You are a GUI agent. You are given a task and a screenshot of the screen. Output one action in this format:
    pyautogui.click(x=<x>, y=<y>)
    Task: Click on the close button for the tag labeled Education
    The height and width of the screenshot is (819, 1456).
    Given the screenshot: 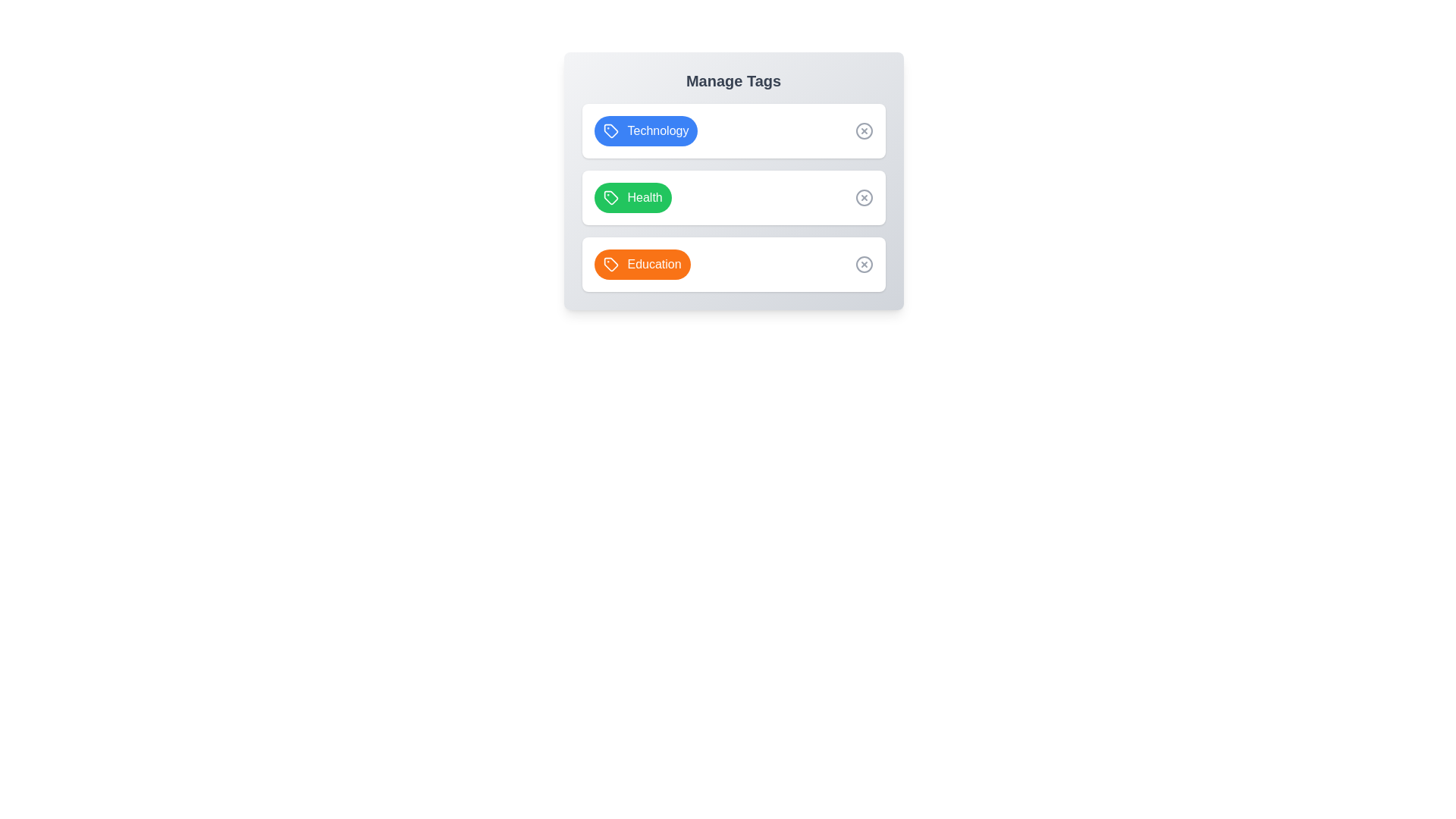 What is the action you would take?
    pyautogui.click(x=864, y=263)
    